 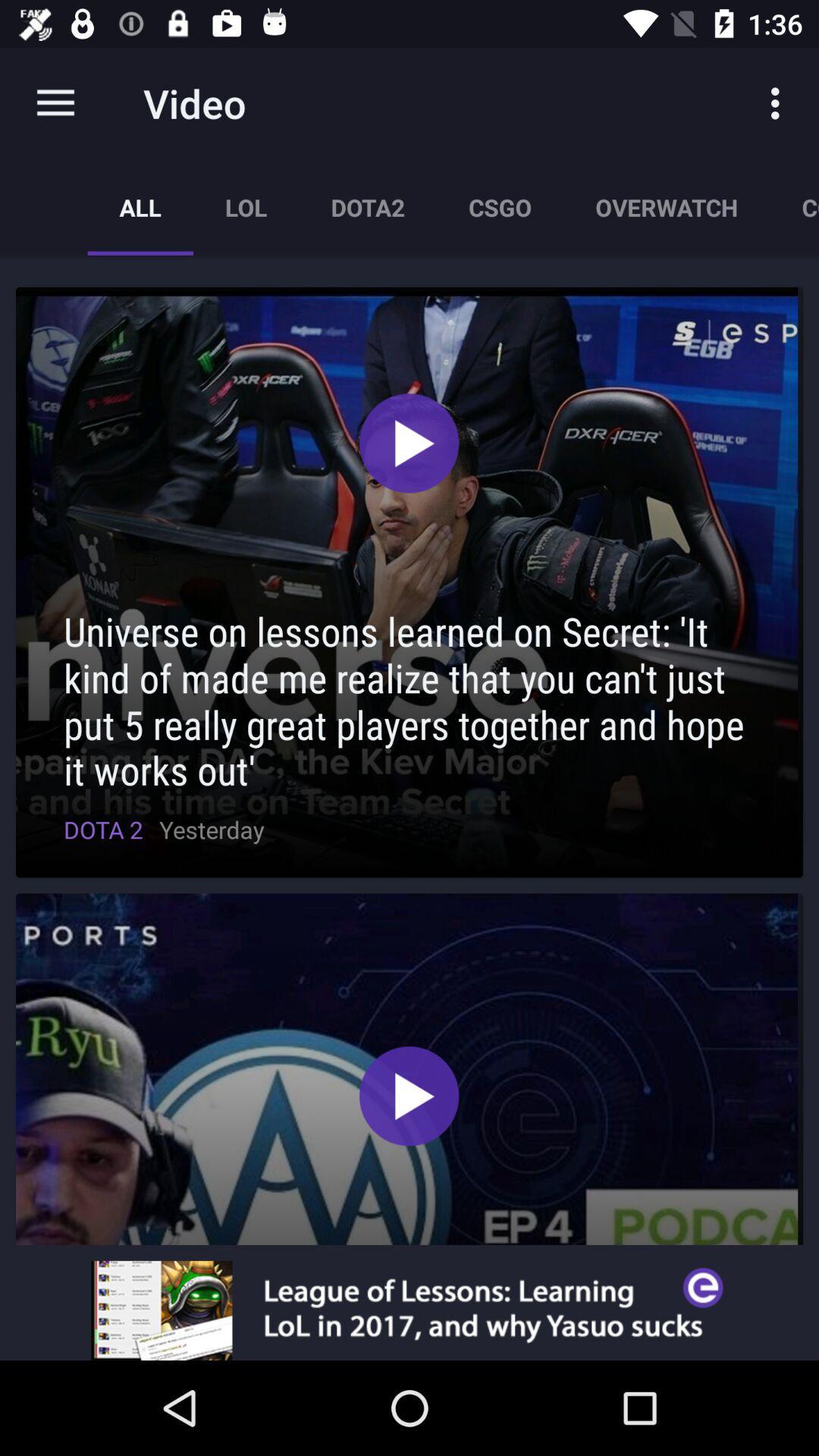 What do you see at coordinates (409, 1310) in the screenshot?
I see `advertising` at bounding box center [409, 1310].